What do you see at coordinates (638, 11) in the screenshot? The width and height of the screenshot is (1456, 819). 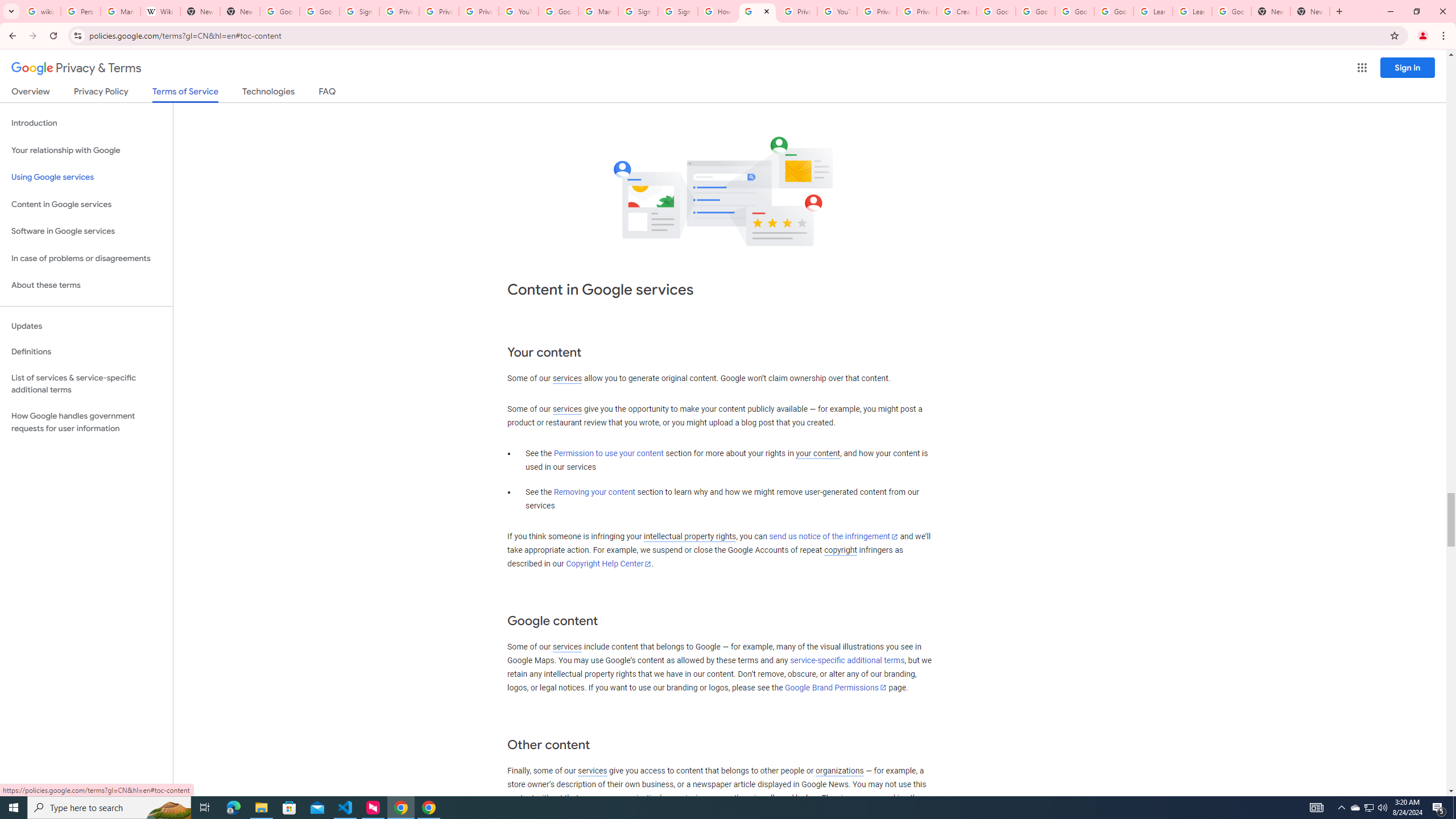 I see `'Sign in - Google Accounts'` at bounding box center [638, 11].